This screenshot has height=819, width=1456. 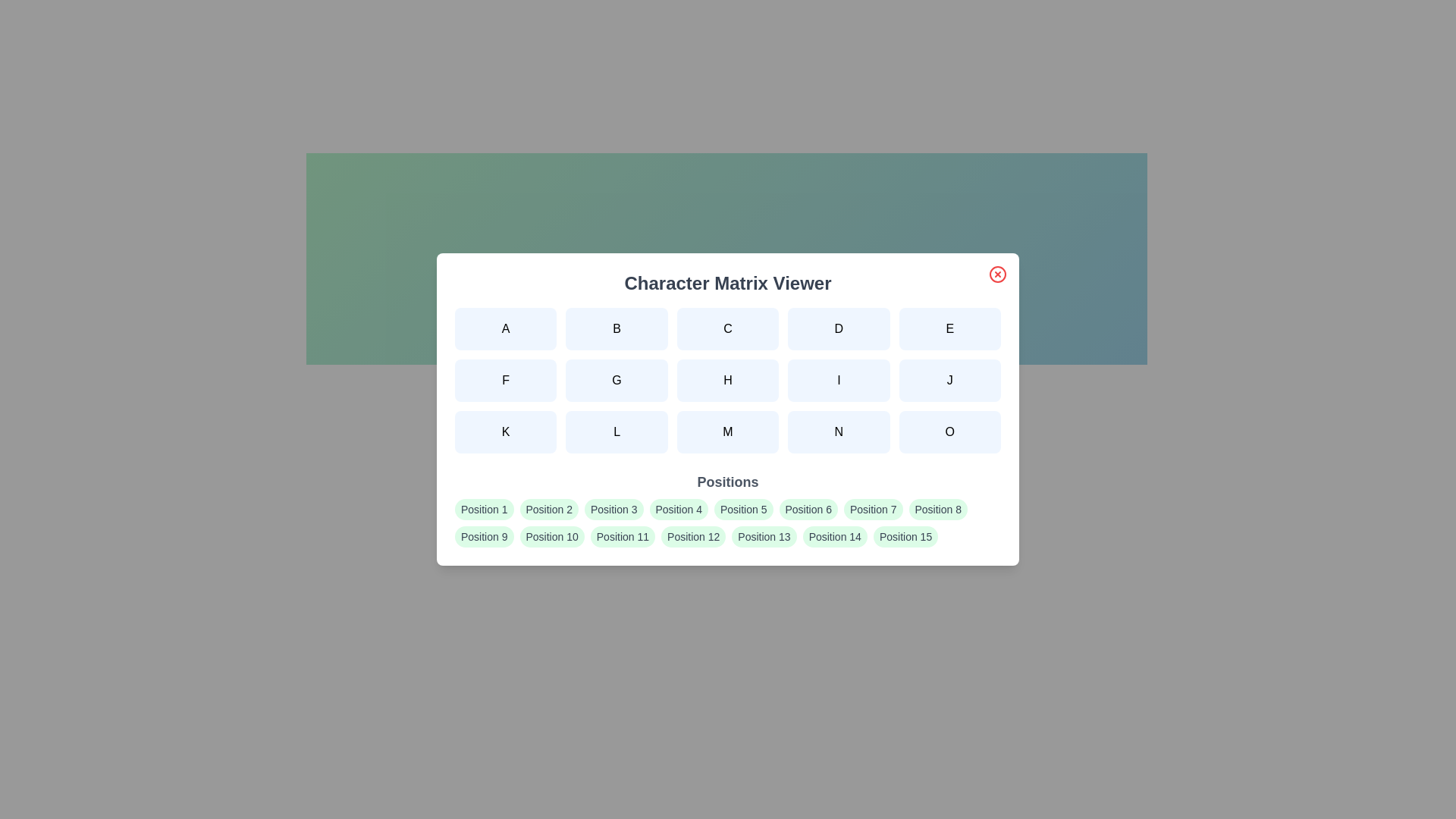 I want to click on the character button labeled C, so click(x=728, y=328).